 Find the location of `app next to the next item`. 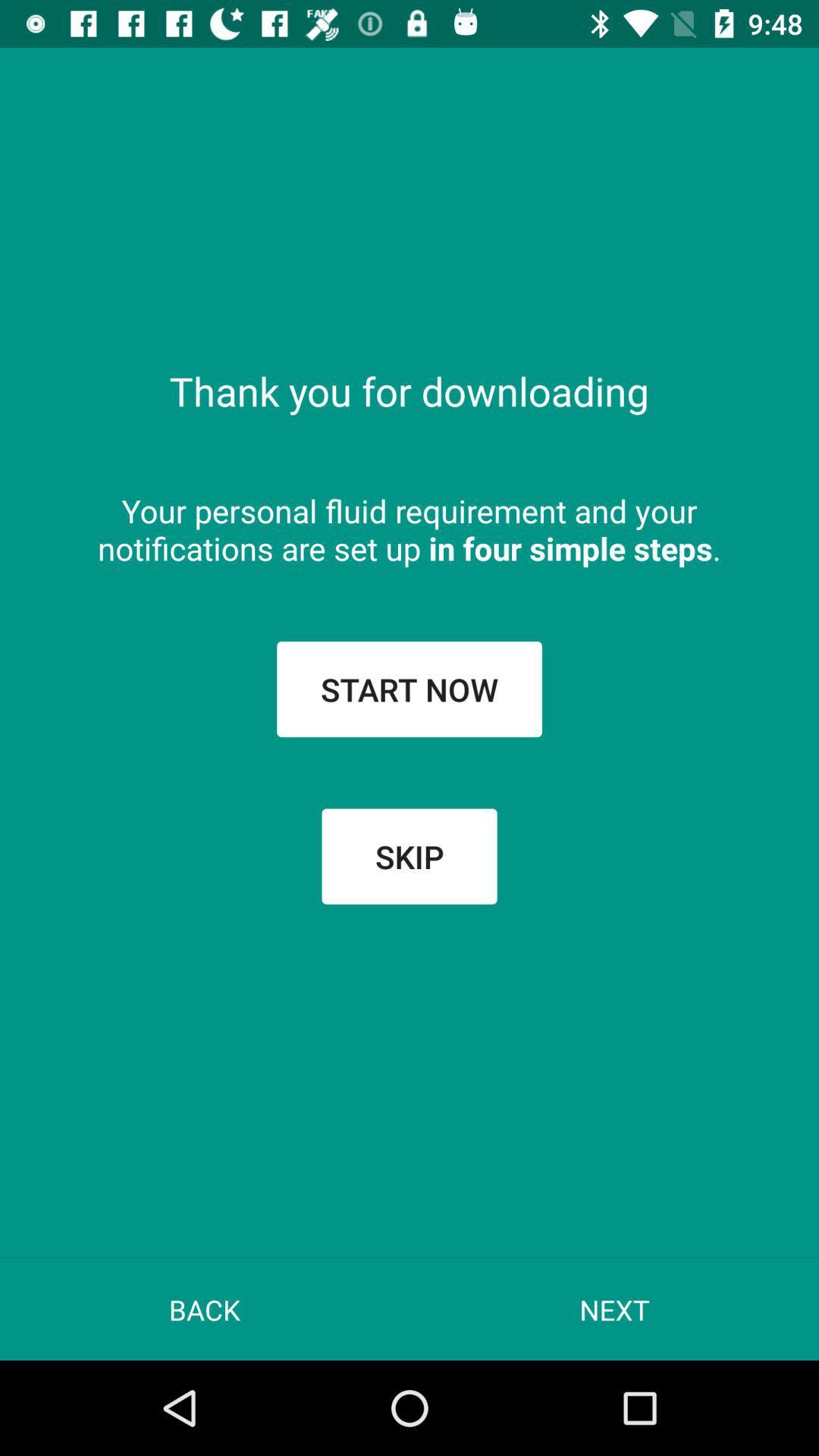

app next to the next item is located at coordinates (205, 1309).